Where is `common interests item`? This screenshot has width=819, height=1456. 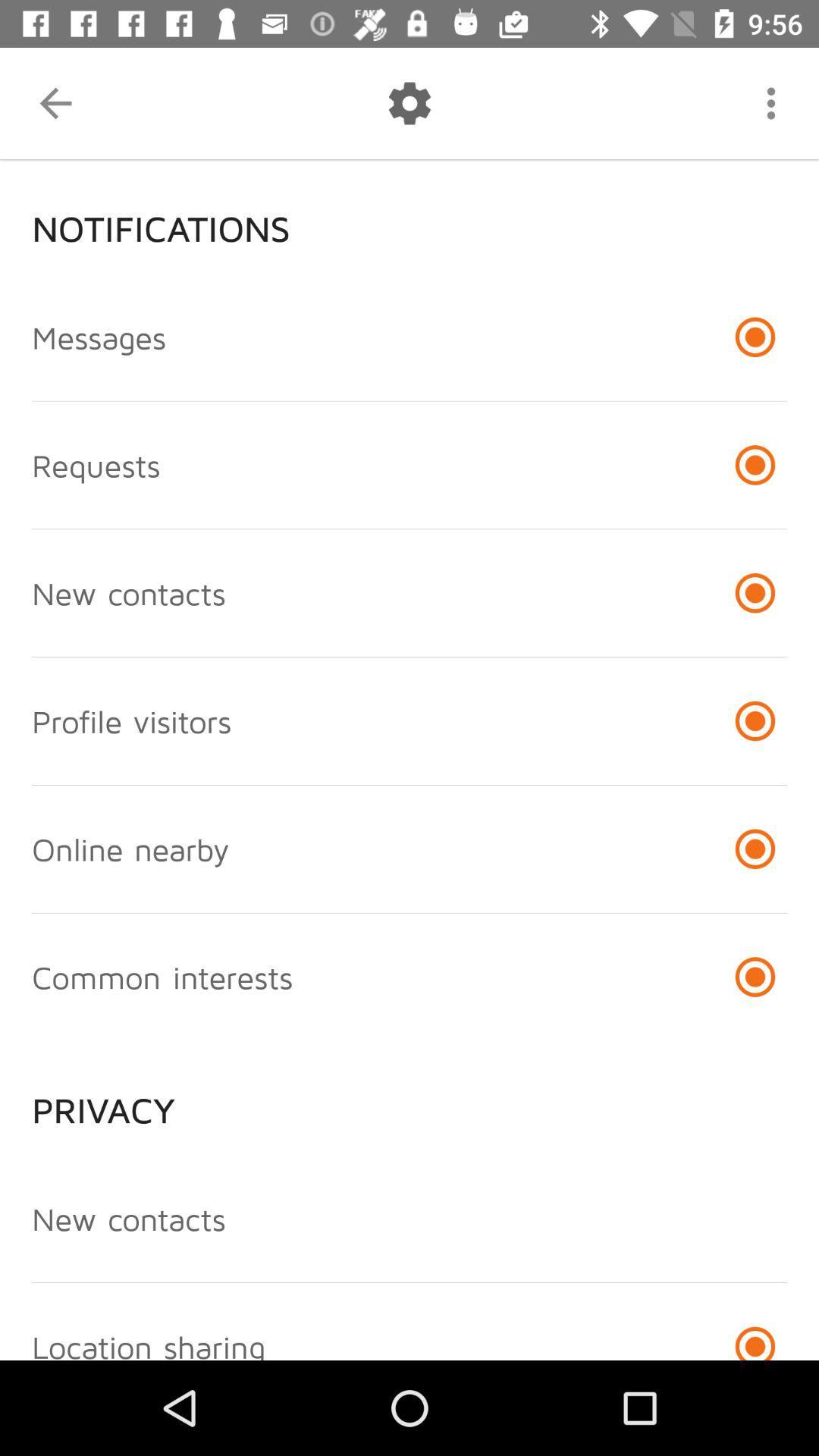 common interests item is located at coordinates (162, 977).